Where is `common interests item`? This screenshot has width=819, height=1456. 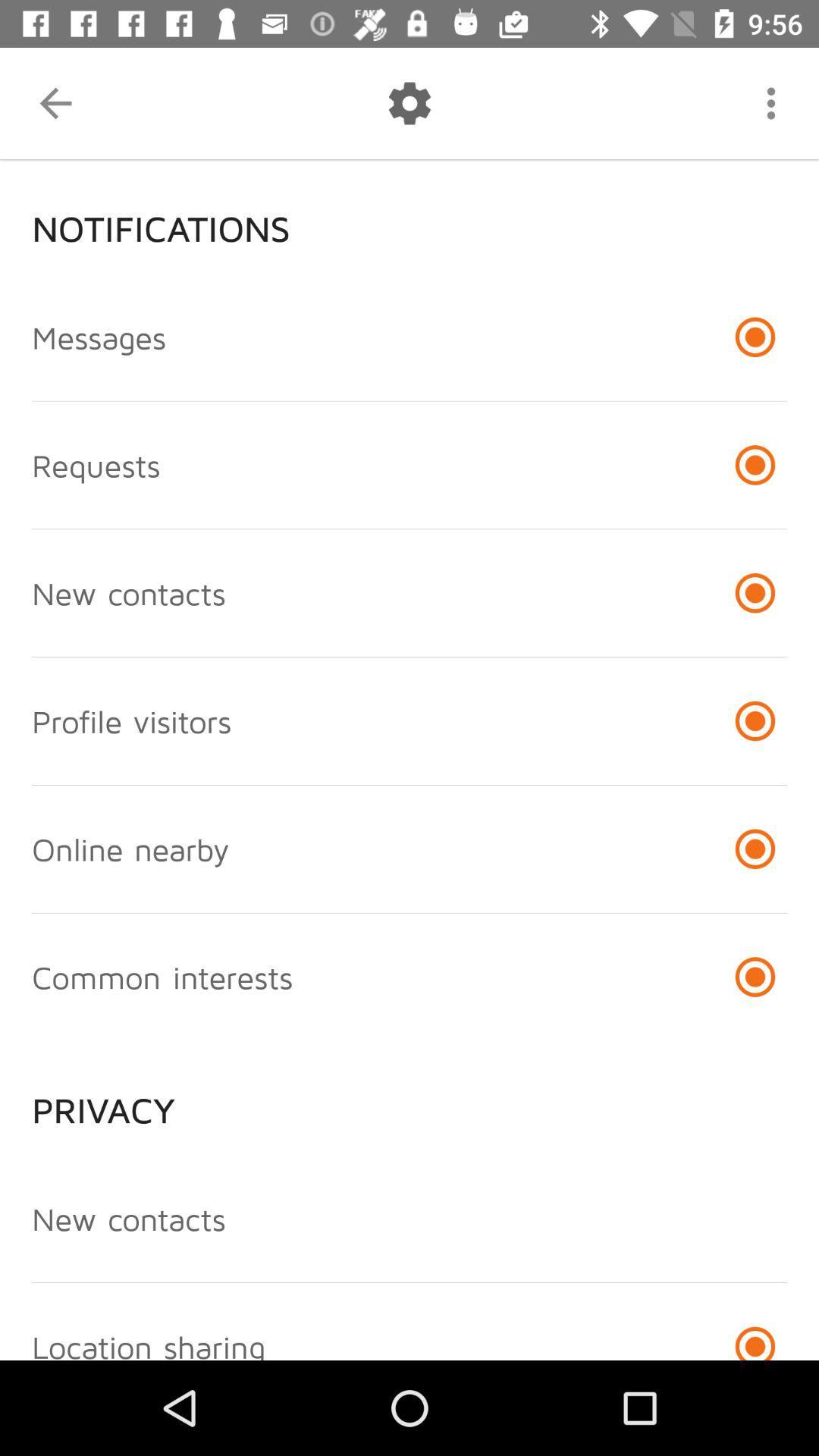 common interests item is located at coordinates (162, 977).